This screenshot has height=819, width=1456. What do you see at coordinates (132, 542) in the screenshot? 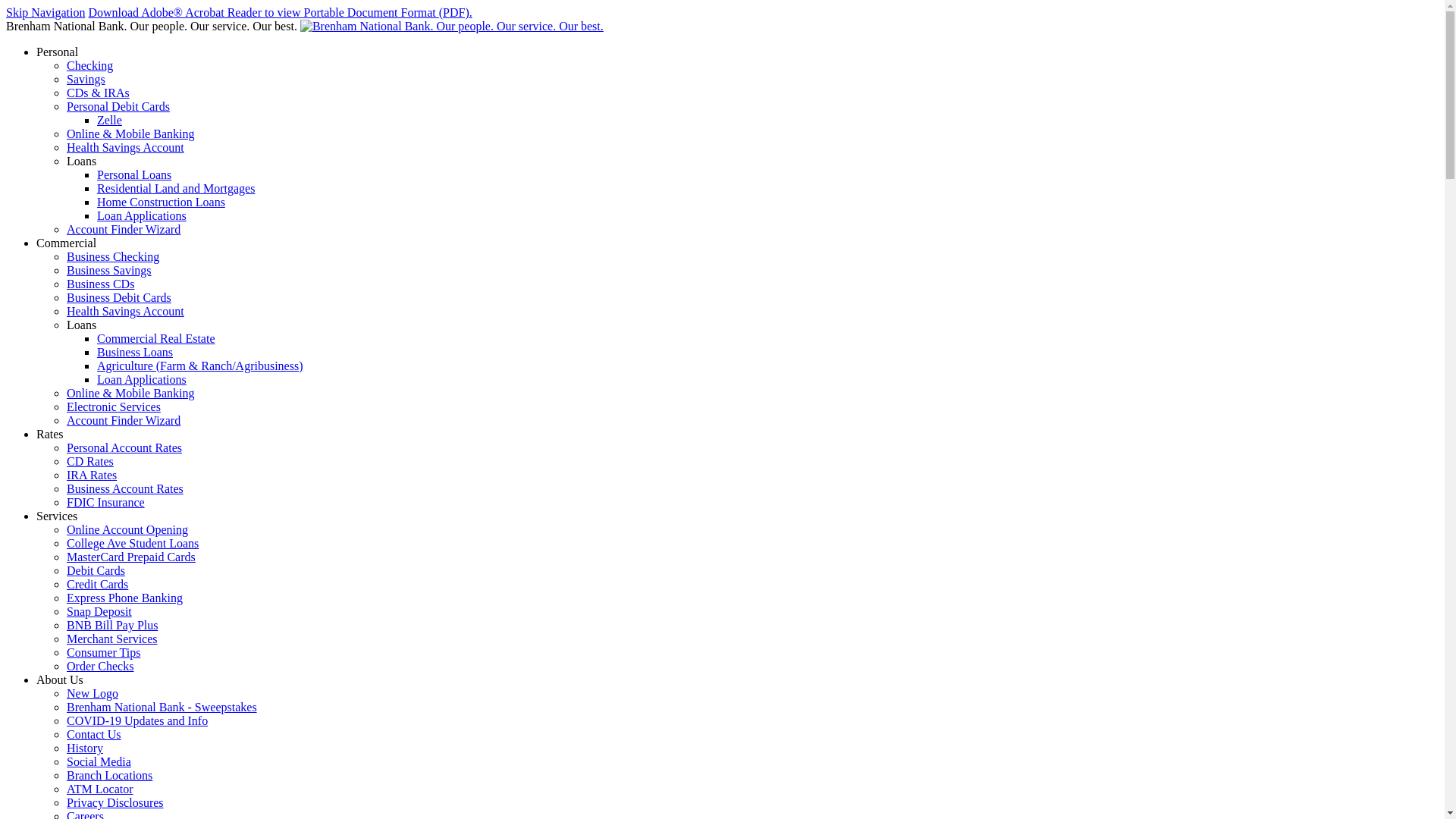
I see `'College Ave Student Loans'` at bounding box center [132, 542].